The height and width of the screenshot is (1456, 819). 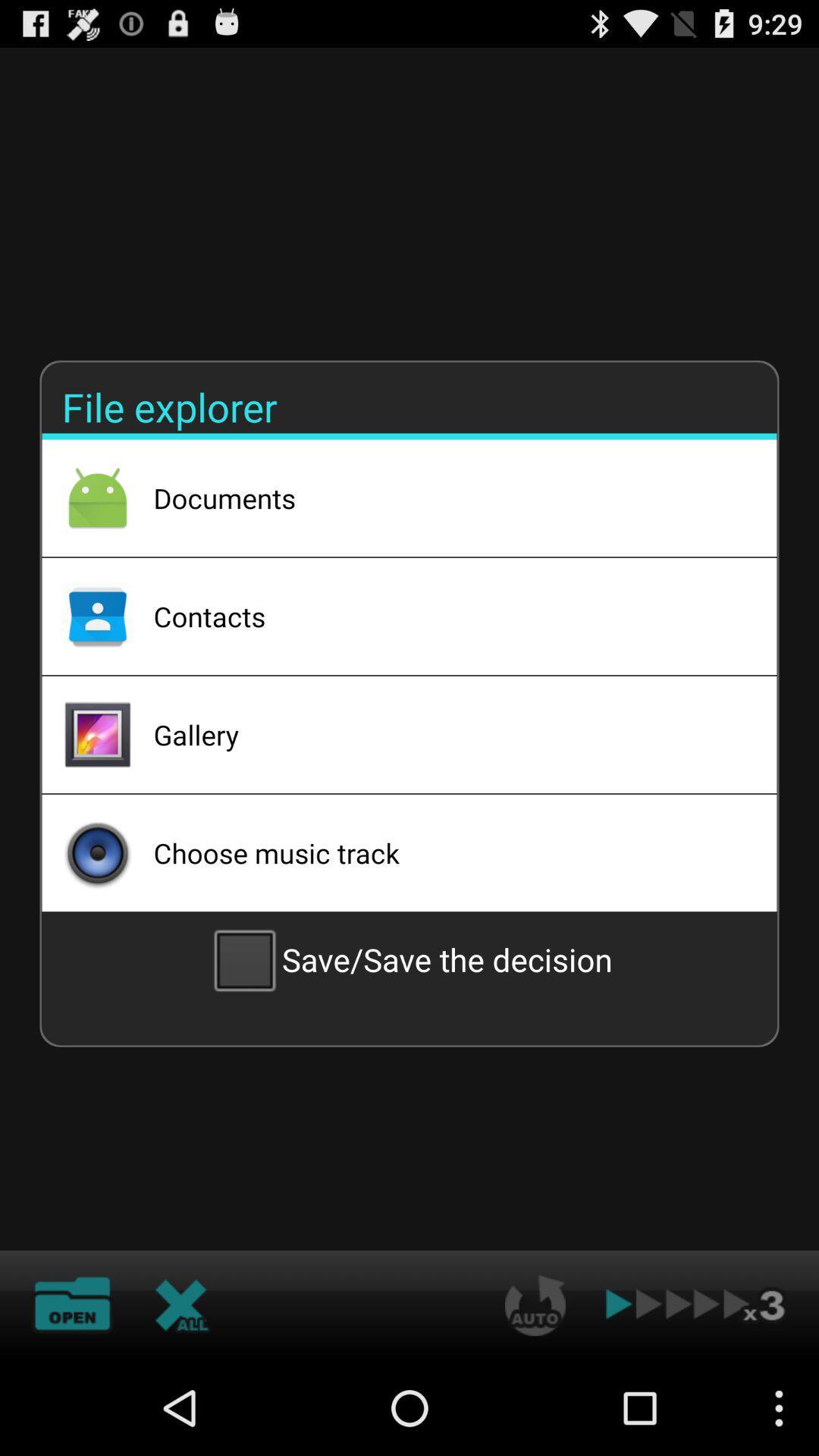 What do you see at coordinates (444, 498) in the screenshot?
I see `the documents app` at bounding box center [444, 498].